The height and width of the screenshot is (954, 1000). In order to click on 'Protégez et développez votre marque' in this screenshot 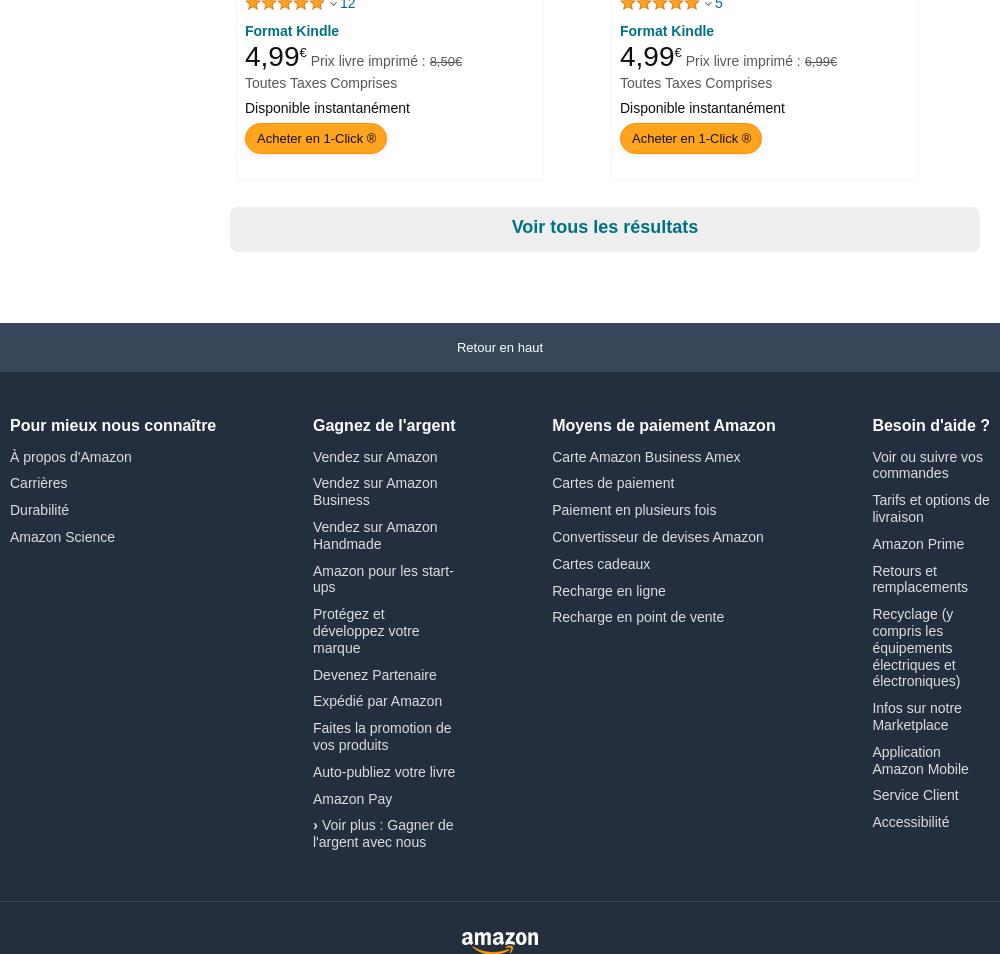, I will do `click(364, 629)`.